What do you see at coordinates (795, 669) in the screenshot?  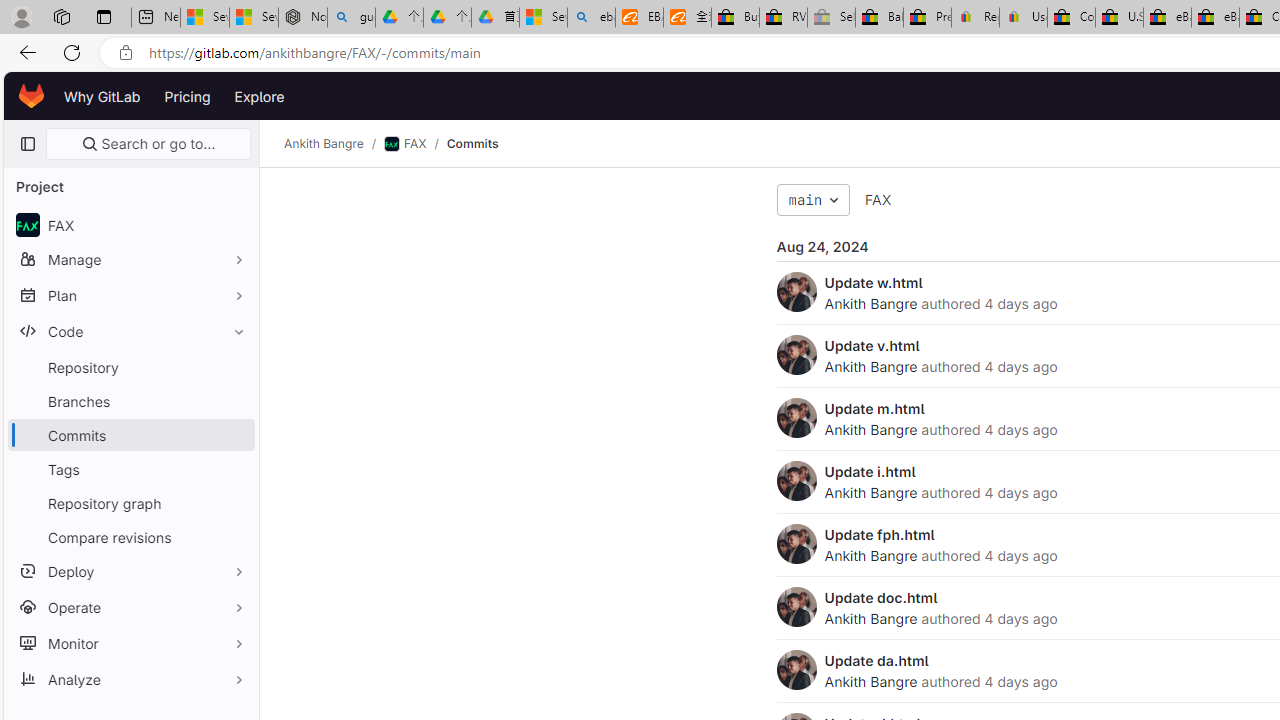 I see `'Ankith Bangre'` at bounding box center [795, 669].